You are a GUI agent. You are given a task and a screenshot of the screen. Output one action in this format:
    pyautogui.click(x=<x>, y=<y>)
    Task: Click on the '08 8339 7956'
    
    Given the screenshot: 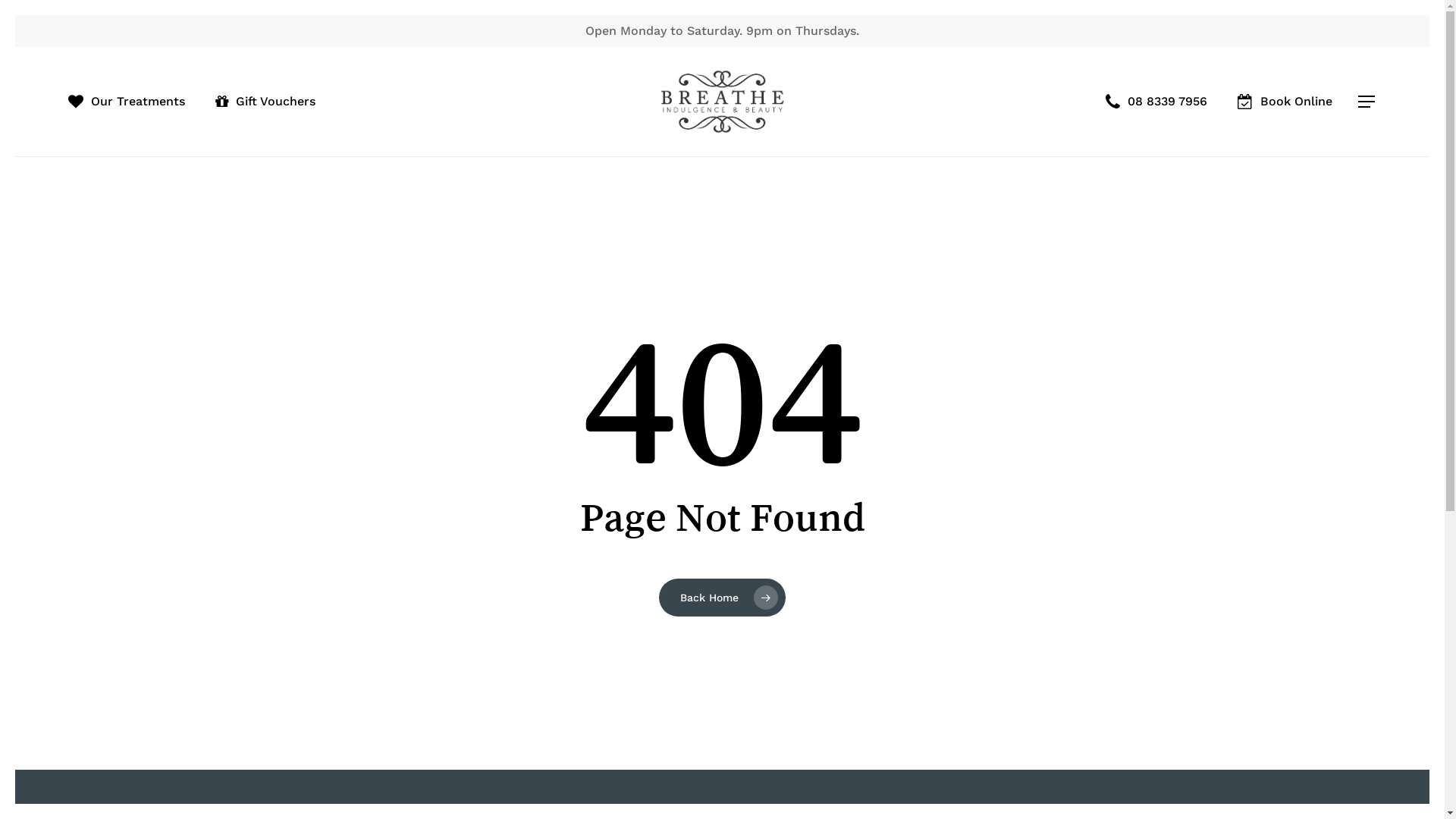 What is the action you would take?
    pyautogui.click(x=1156, y=102)
    